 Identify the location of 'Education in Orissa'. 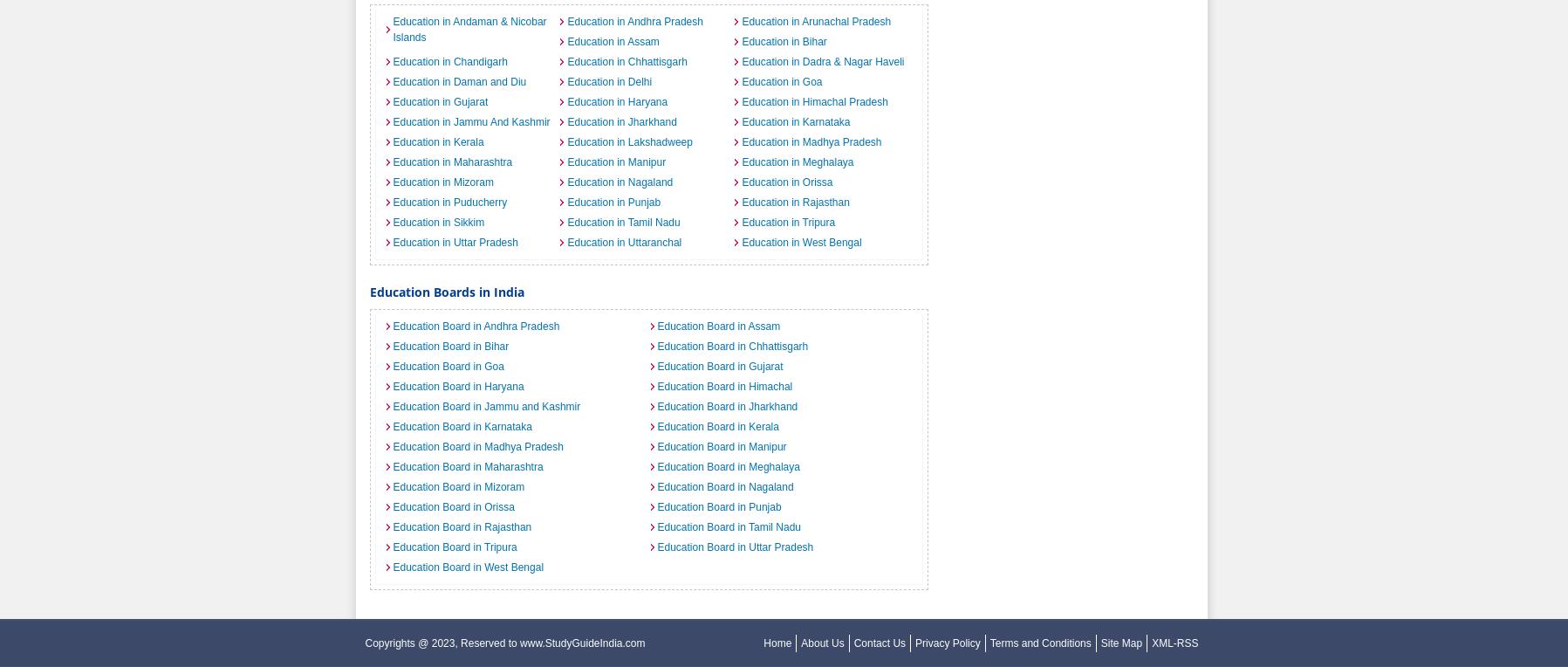
(740, 182).